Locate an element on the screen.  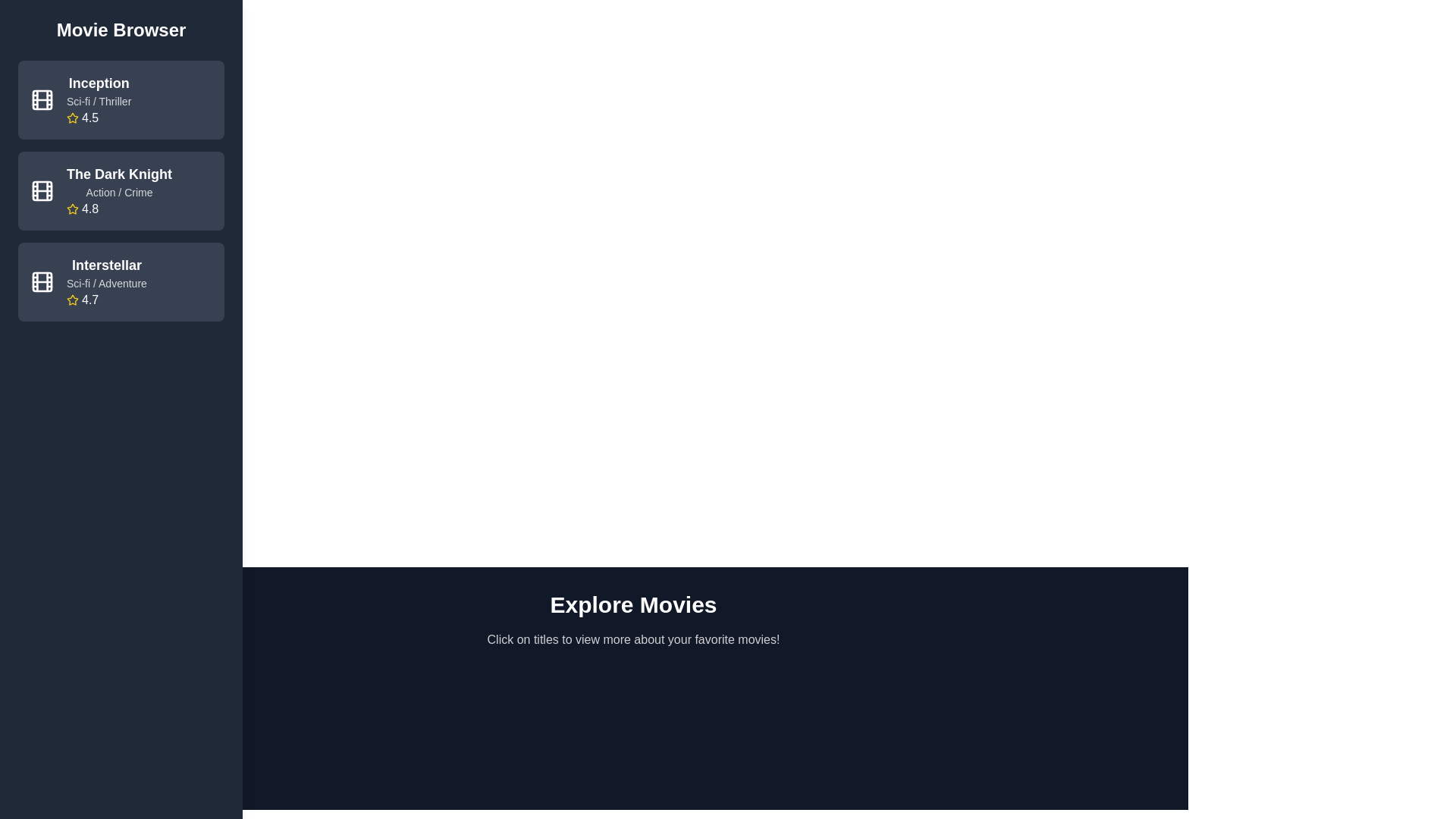
the movie item titled The Dark Knight is located at coordinates (120, 190).